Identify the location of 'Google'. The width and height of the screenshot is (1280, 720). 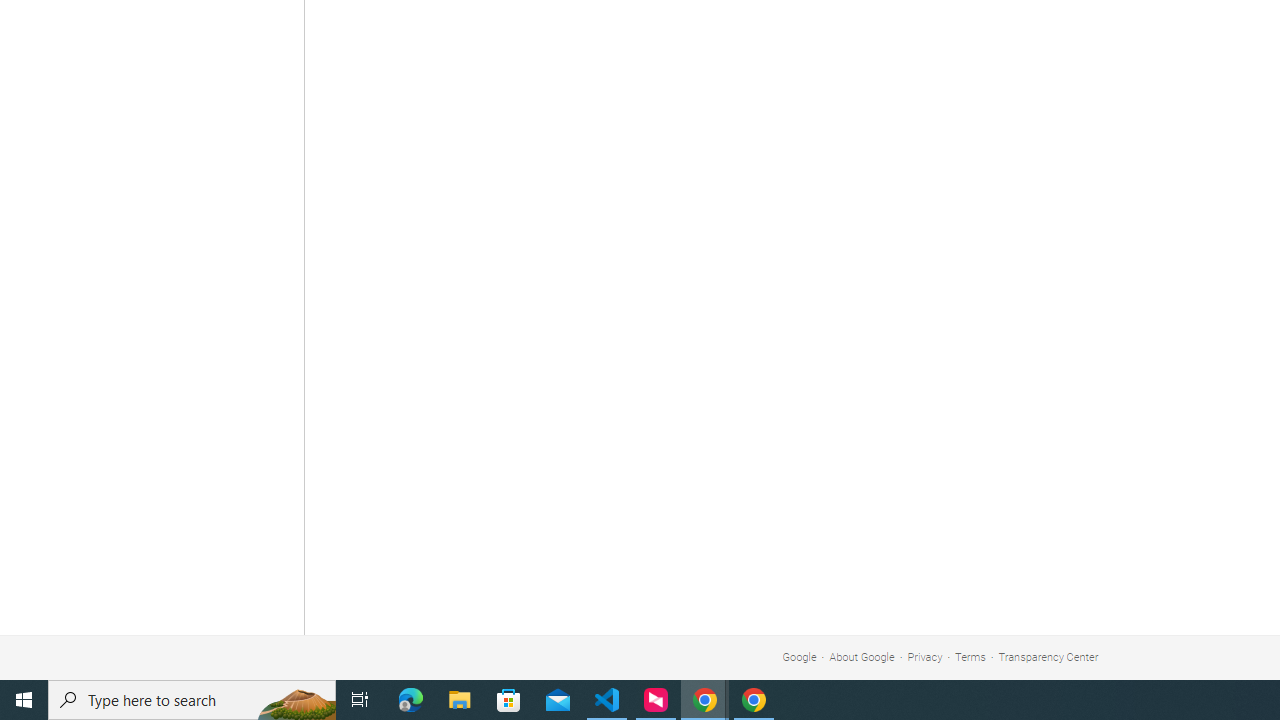
(798, 657).